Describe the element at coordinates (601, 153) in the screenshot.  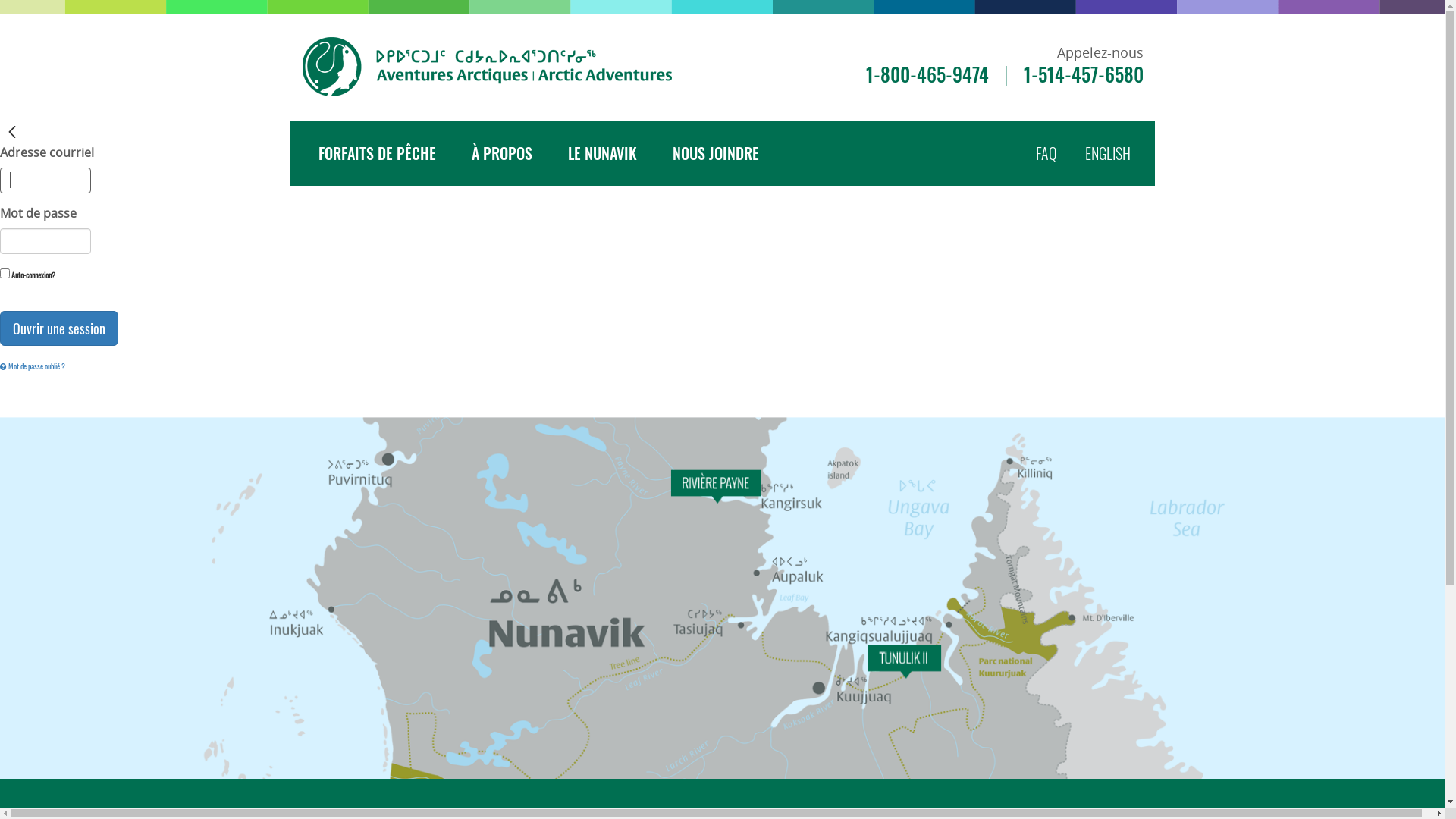
I see `'LE NUNAVIK'` at that location.